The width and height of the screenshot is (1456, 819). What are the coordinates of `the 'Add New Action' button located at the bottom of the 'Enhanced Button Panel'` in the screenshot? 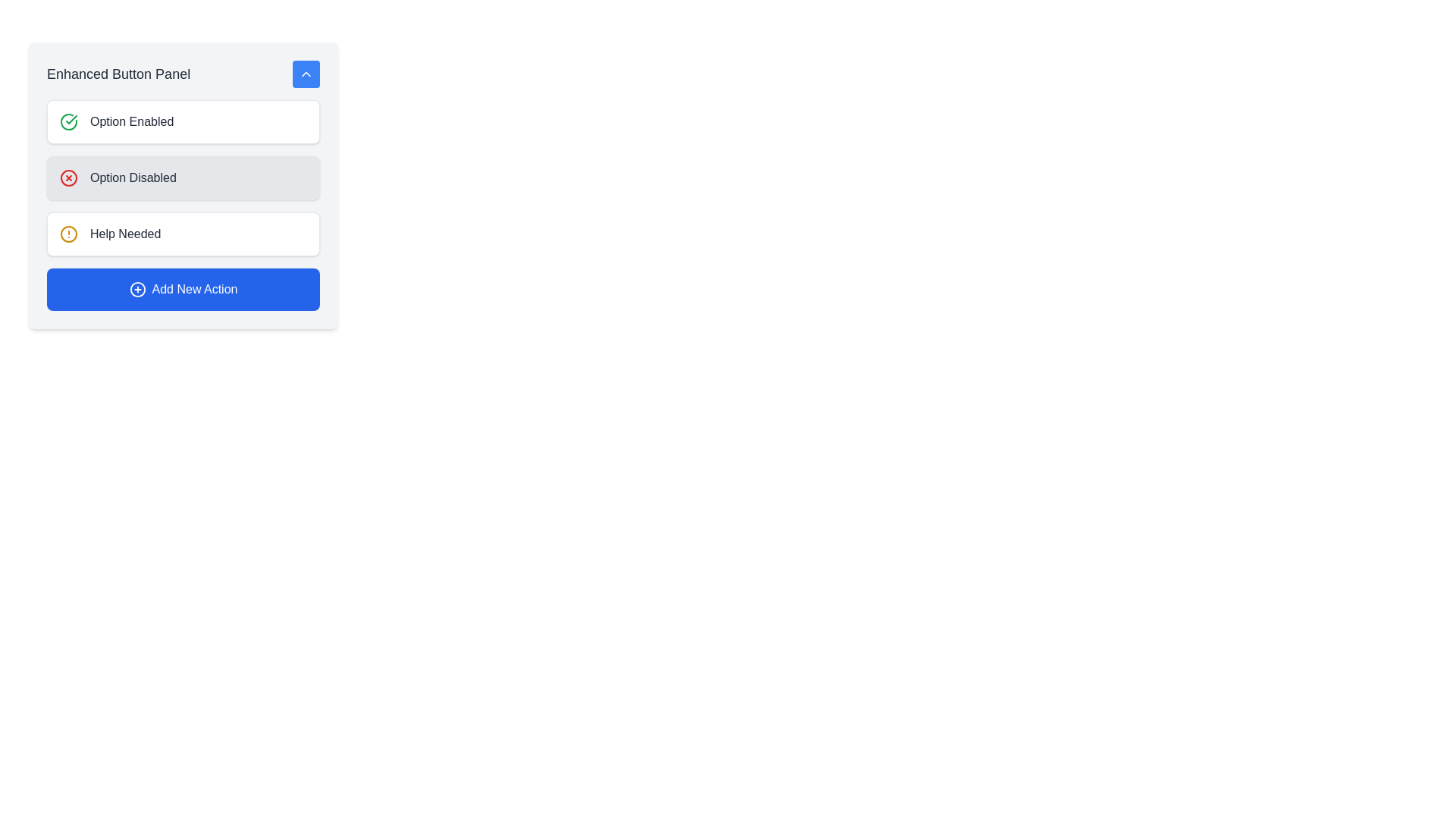 It's located at (182, 289).